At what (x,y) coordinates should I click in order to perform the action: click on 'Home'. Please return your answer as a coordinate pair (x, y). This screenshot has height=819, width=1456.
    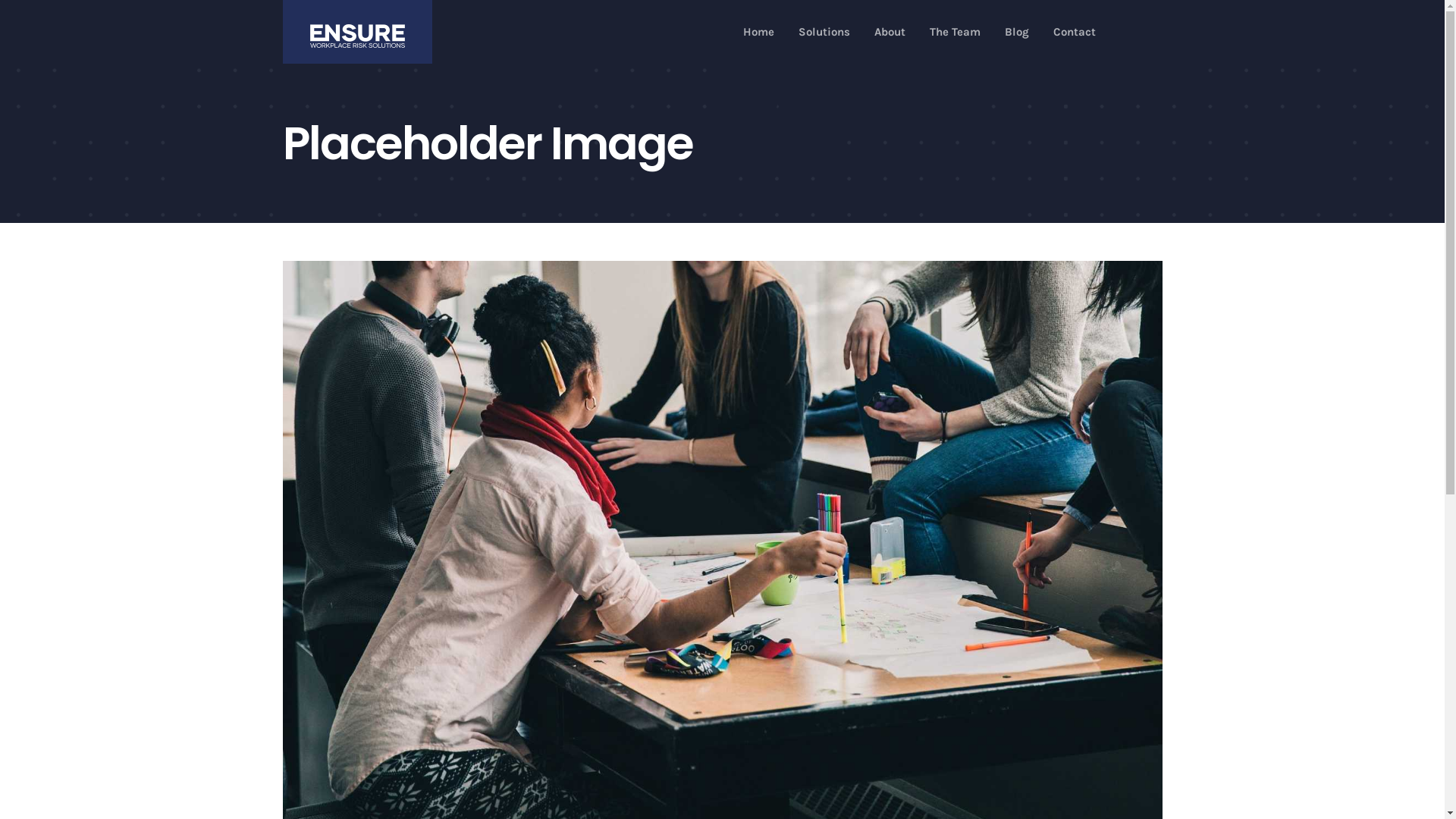
    Looking at the image, I should click on (758, 32).